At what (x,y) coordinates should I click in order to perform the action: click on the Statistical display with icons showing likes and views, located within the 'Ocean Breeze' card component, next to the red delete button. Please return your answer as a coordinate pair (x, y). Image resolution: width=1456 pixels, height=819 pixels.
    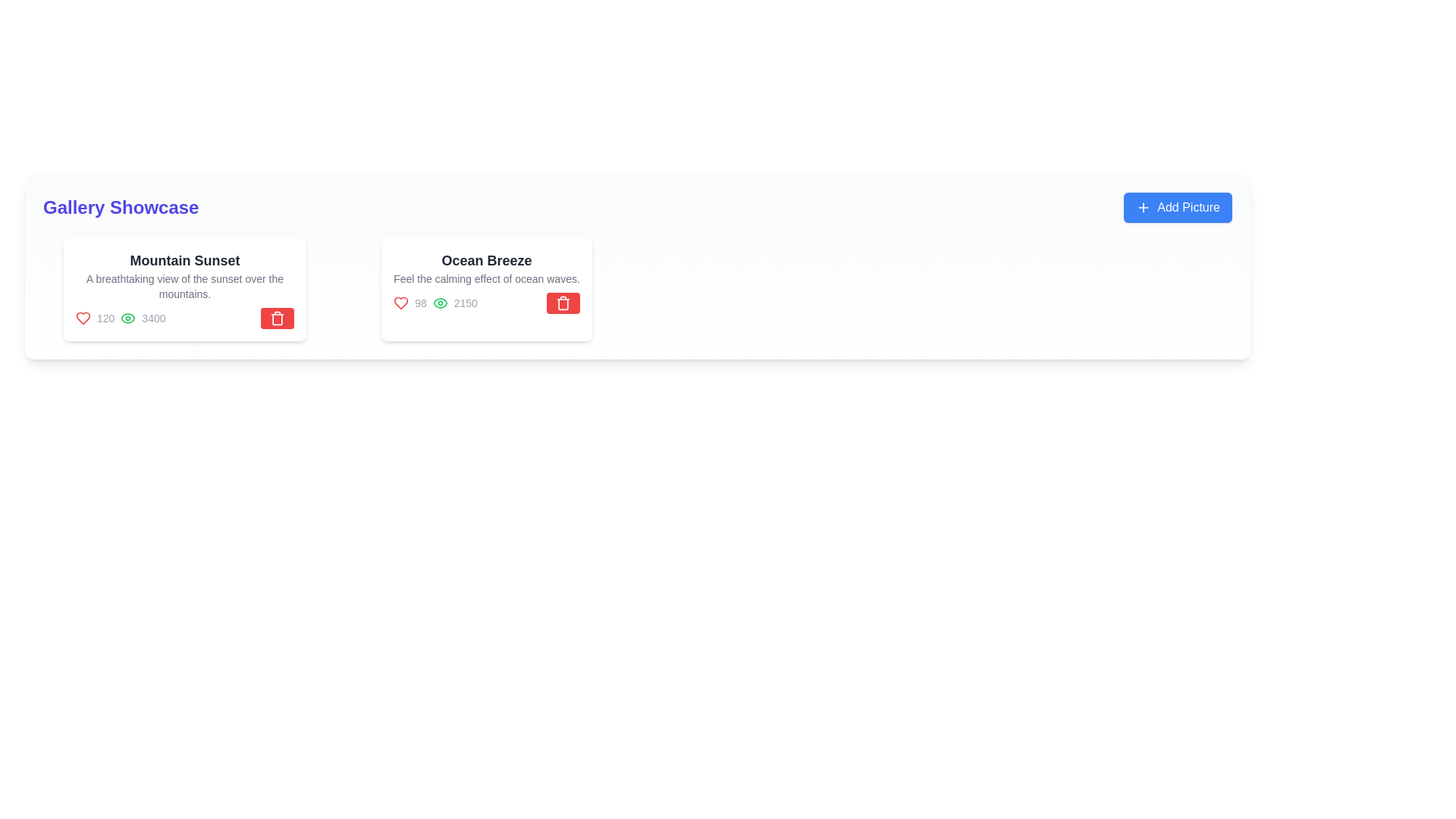
    Looking at the image, I should click on (487, 303).